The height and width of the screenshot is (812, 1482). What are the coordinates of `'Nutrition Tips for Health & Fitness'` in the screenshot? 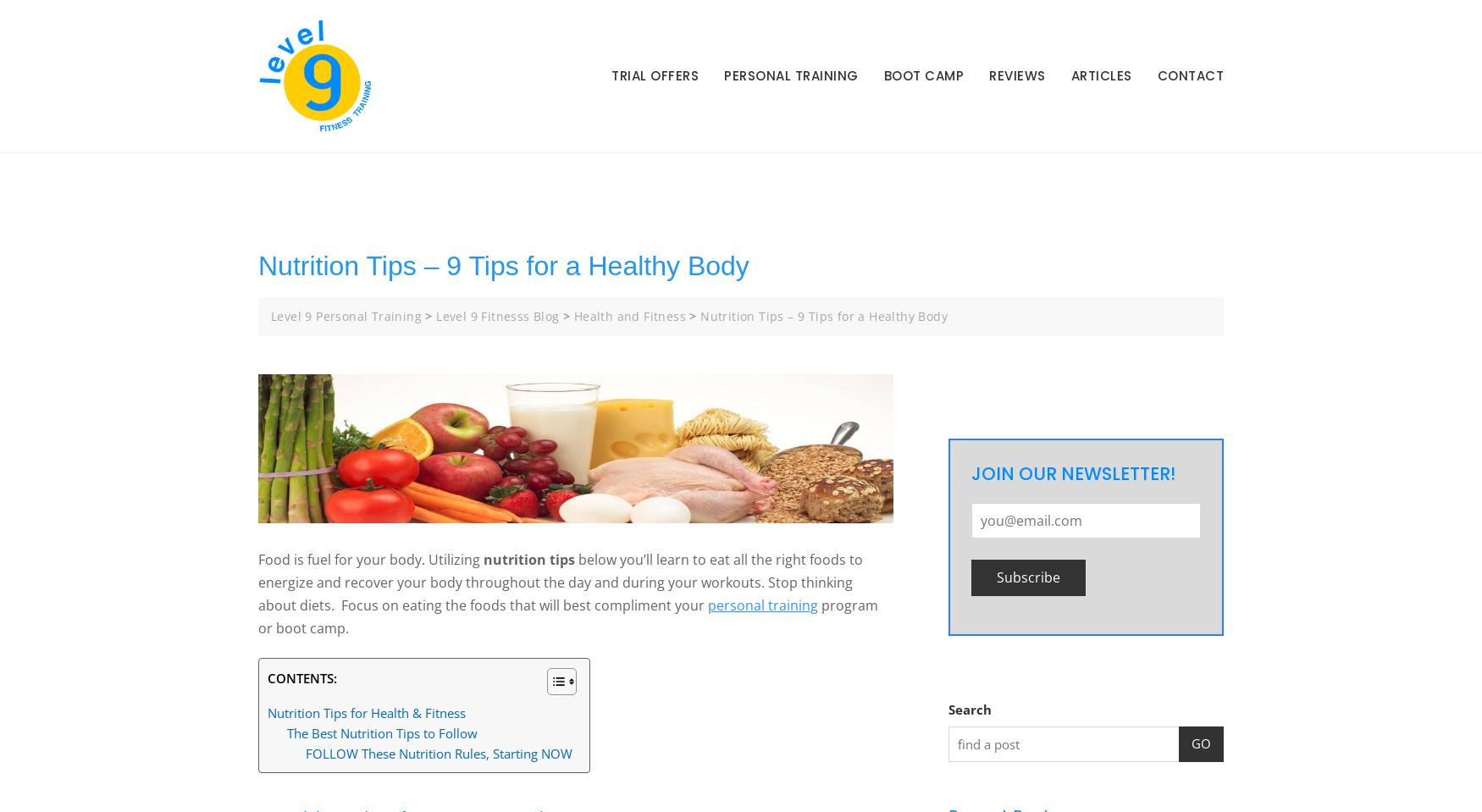 It's located at (365, 711).